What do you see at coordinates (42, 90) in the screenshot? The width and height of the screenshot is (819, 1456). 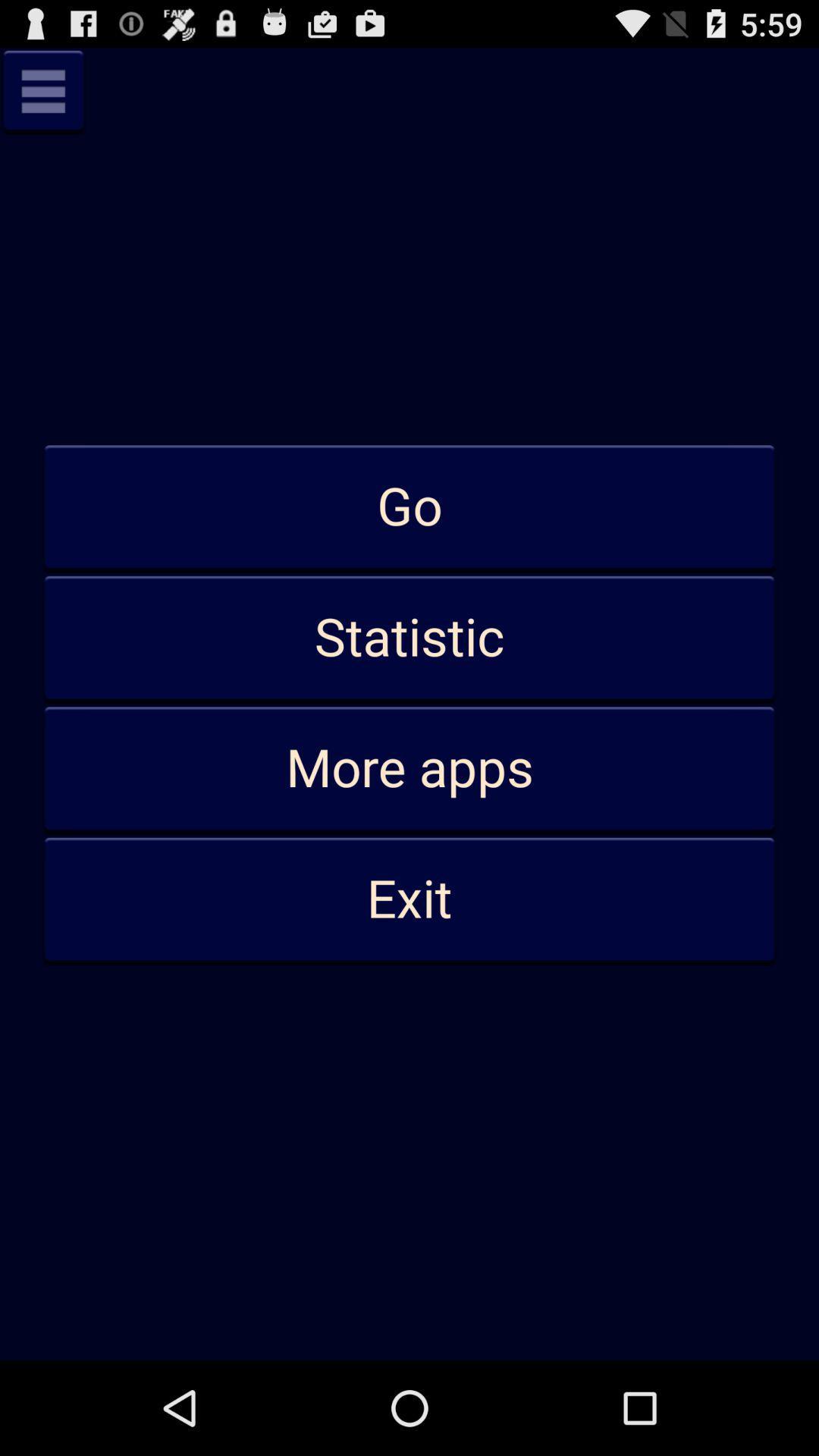 I see `menu` at bounding box center [42, 90].